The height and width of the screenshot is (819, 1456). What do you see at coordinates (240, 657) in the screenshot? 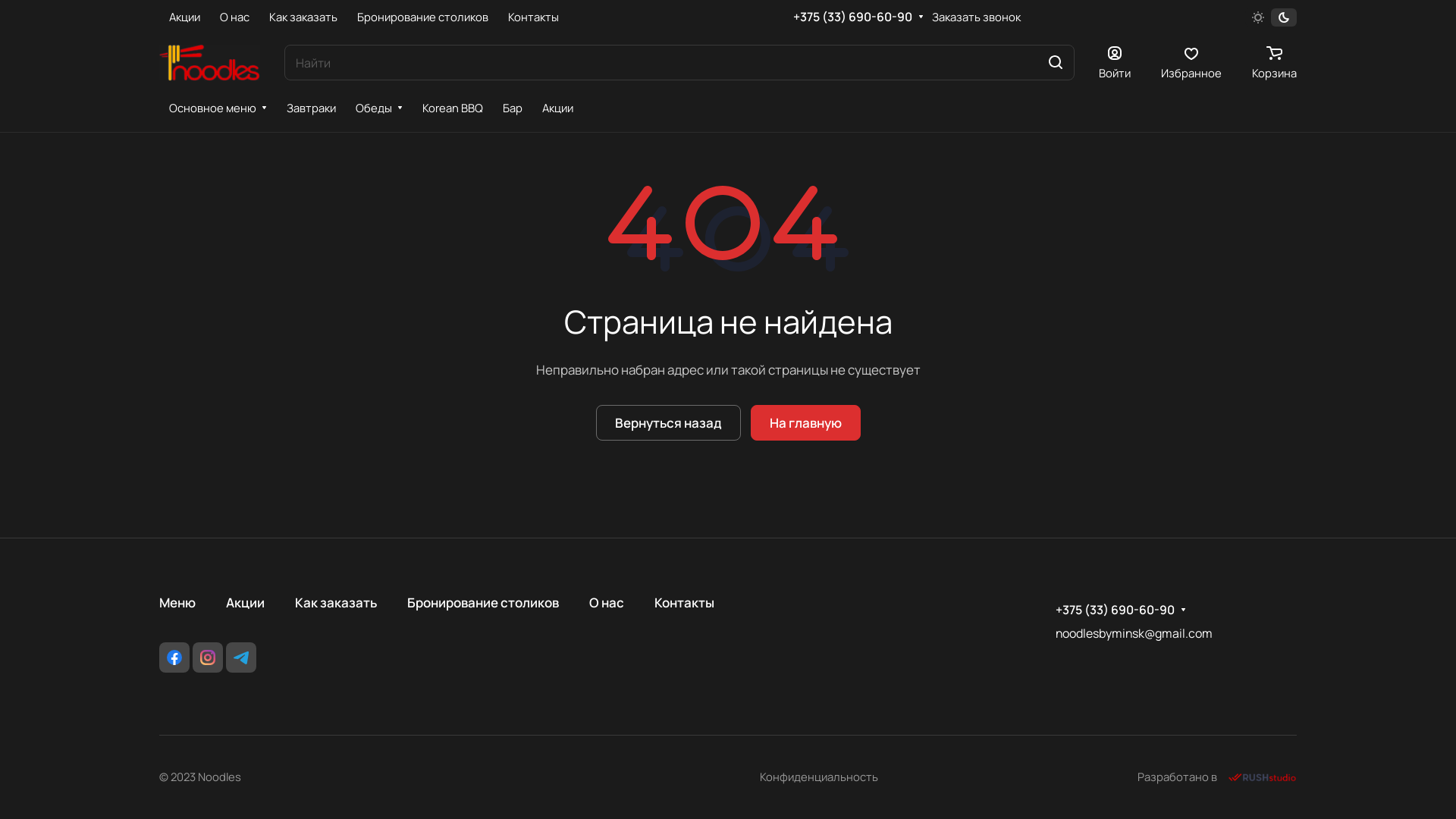
I see `'Telegram'` at bounding box center [240, 657].